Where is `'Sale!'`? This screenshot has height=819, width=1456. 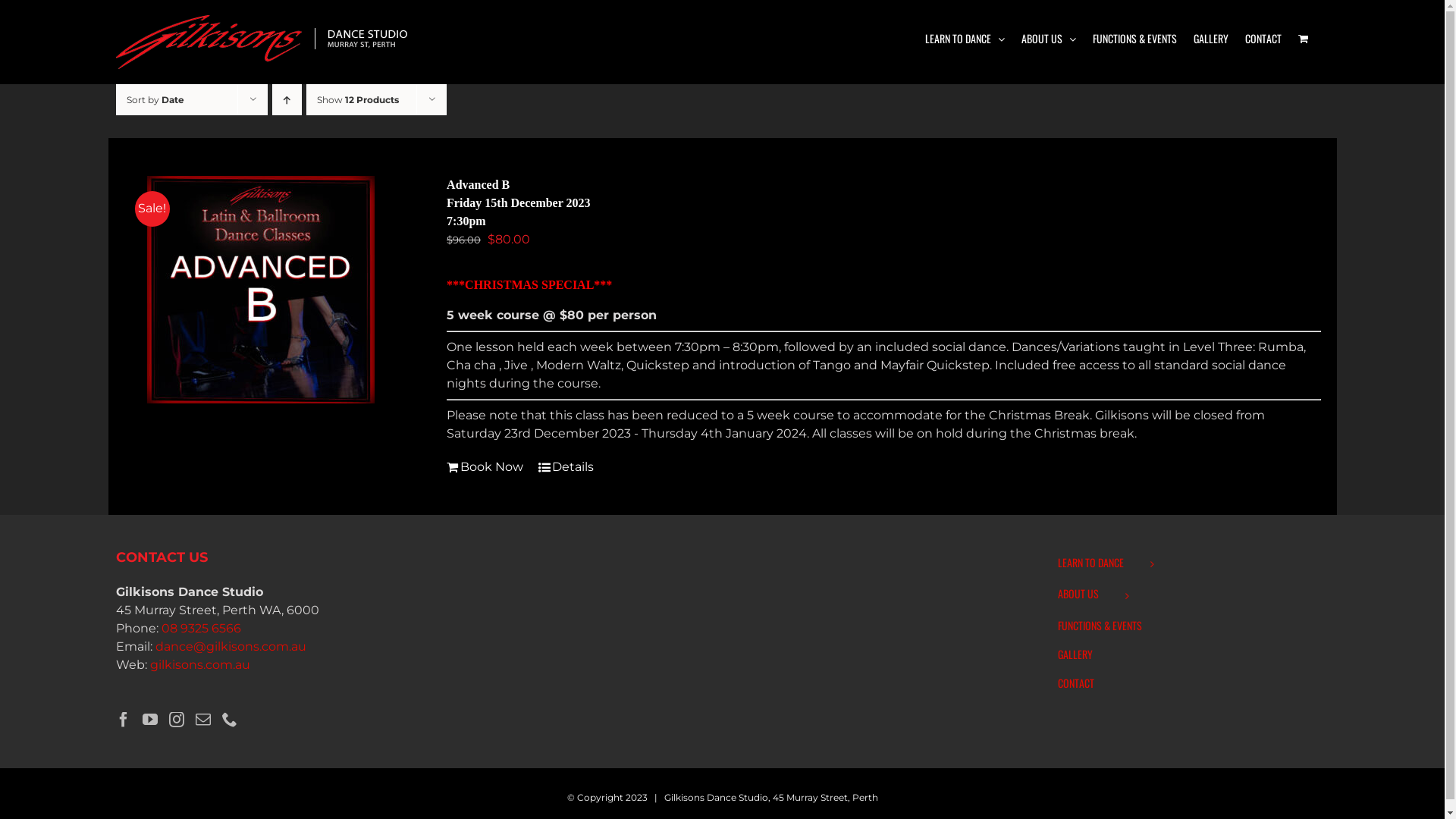
'Sale!' is located at coordinates (260, 289).